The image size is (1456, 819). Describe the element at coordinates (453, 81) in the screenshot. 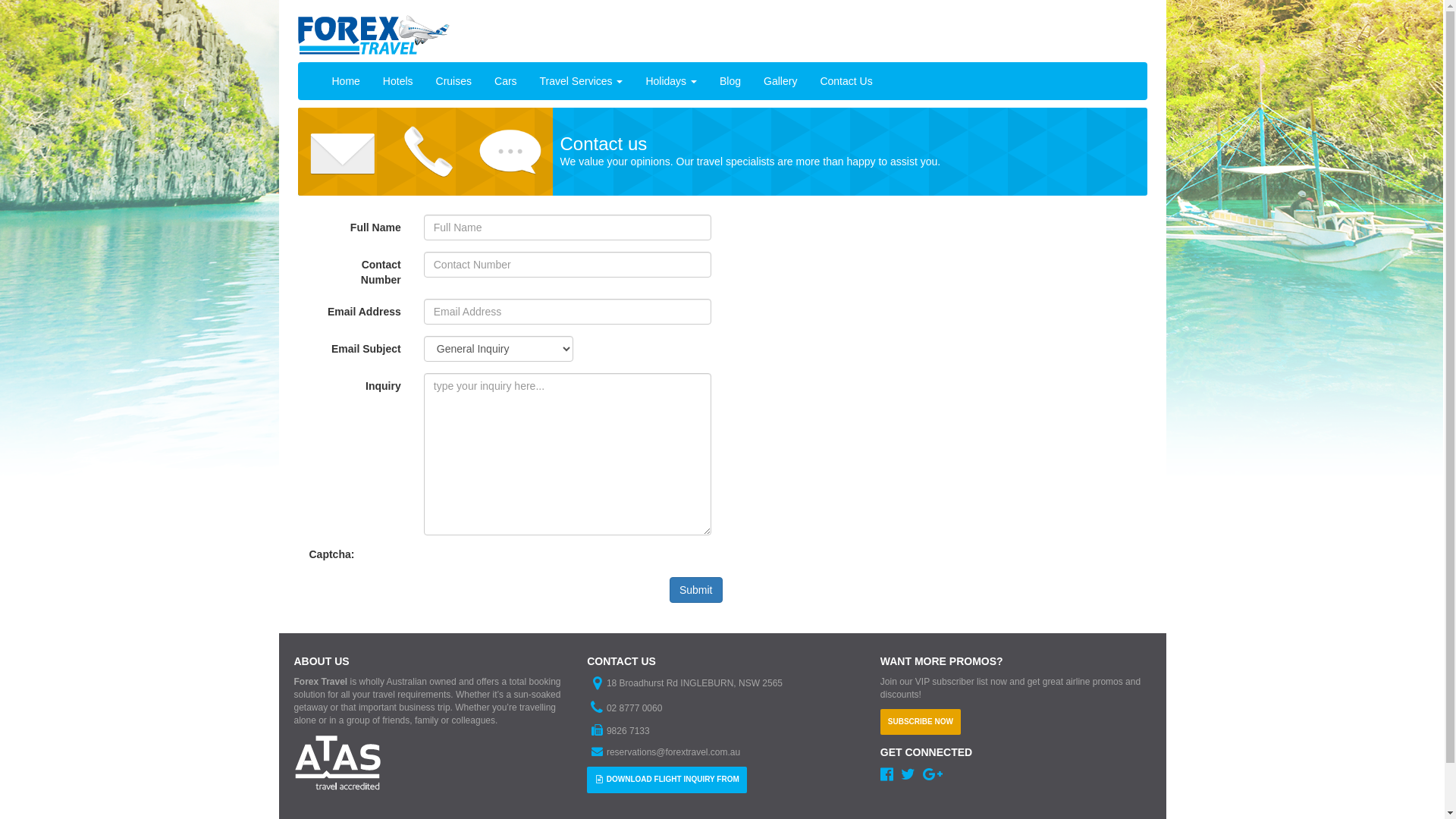

I see `'Cruises'` at that location.